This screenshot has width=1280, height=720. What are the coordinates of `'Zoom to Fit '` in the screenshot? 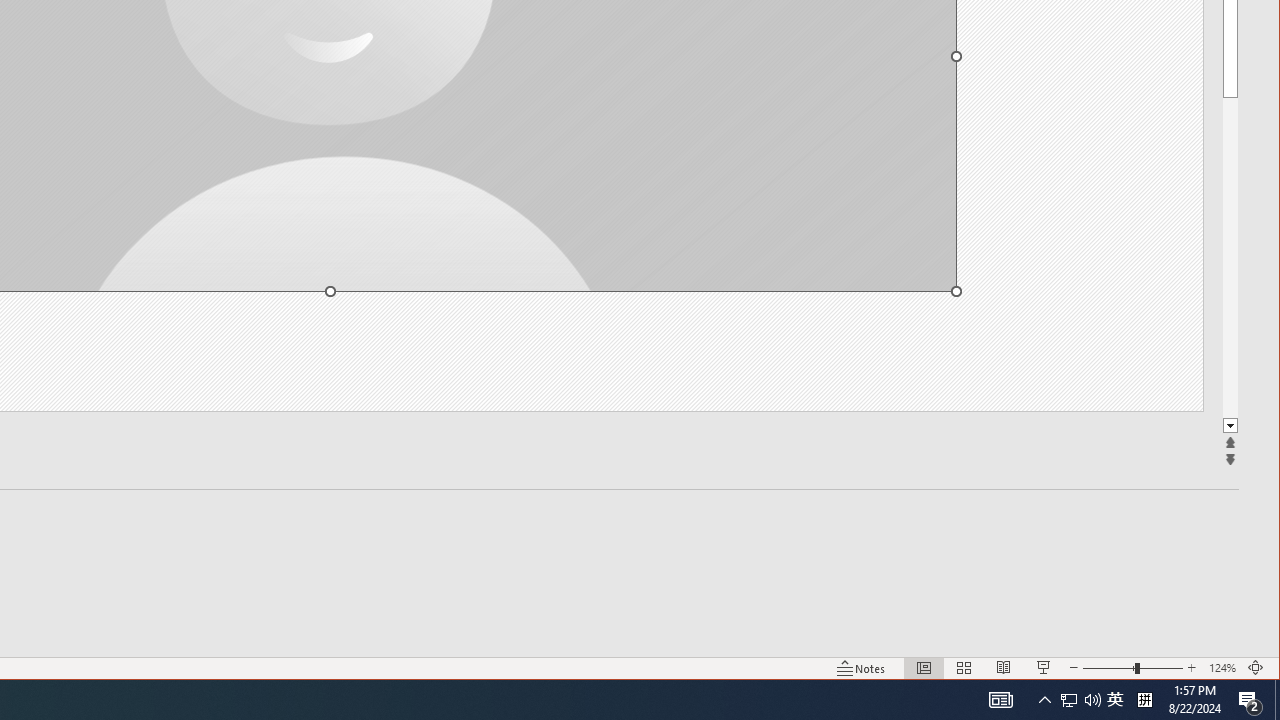 It's located at (1255, 668).